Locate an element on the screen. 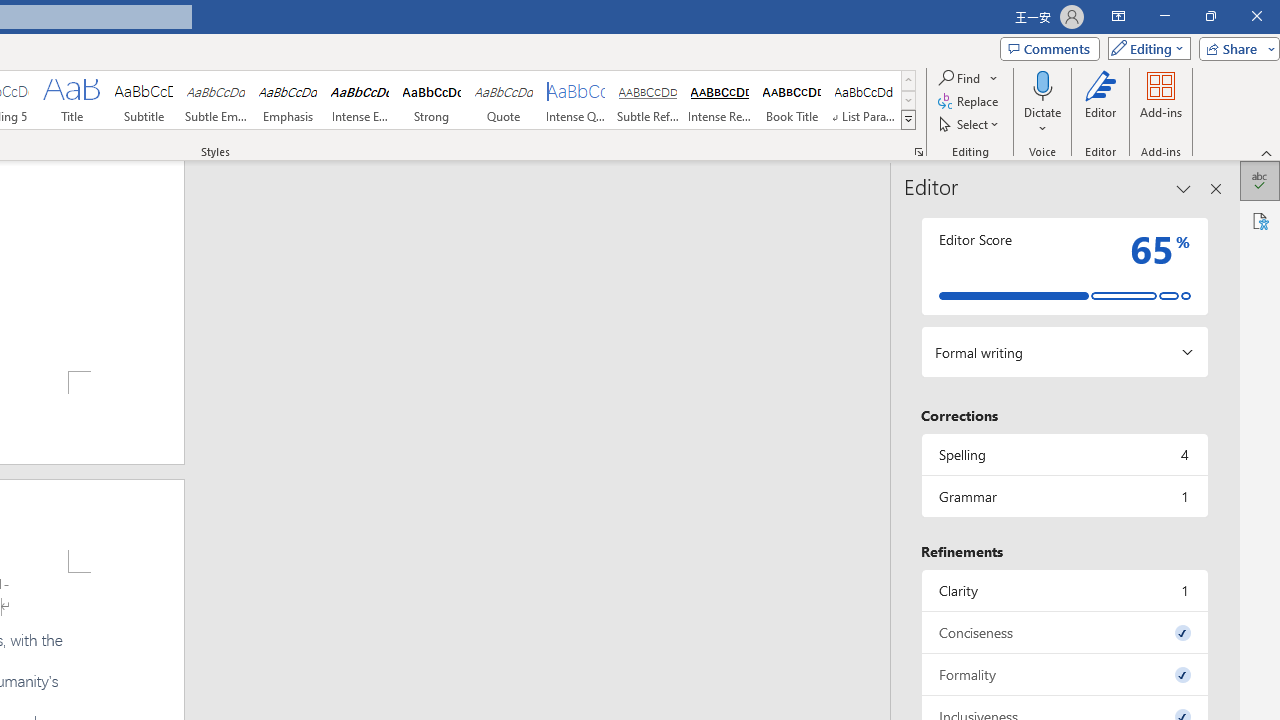  'Editor' is located at coordinates (1100, 103).